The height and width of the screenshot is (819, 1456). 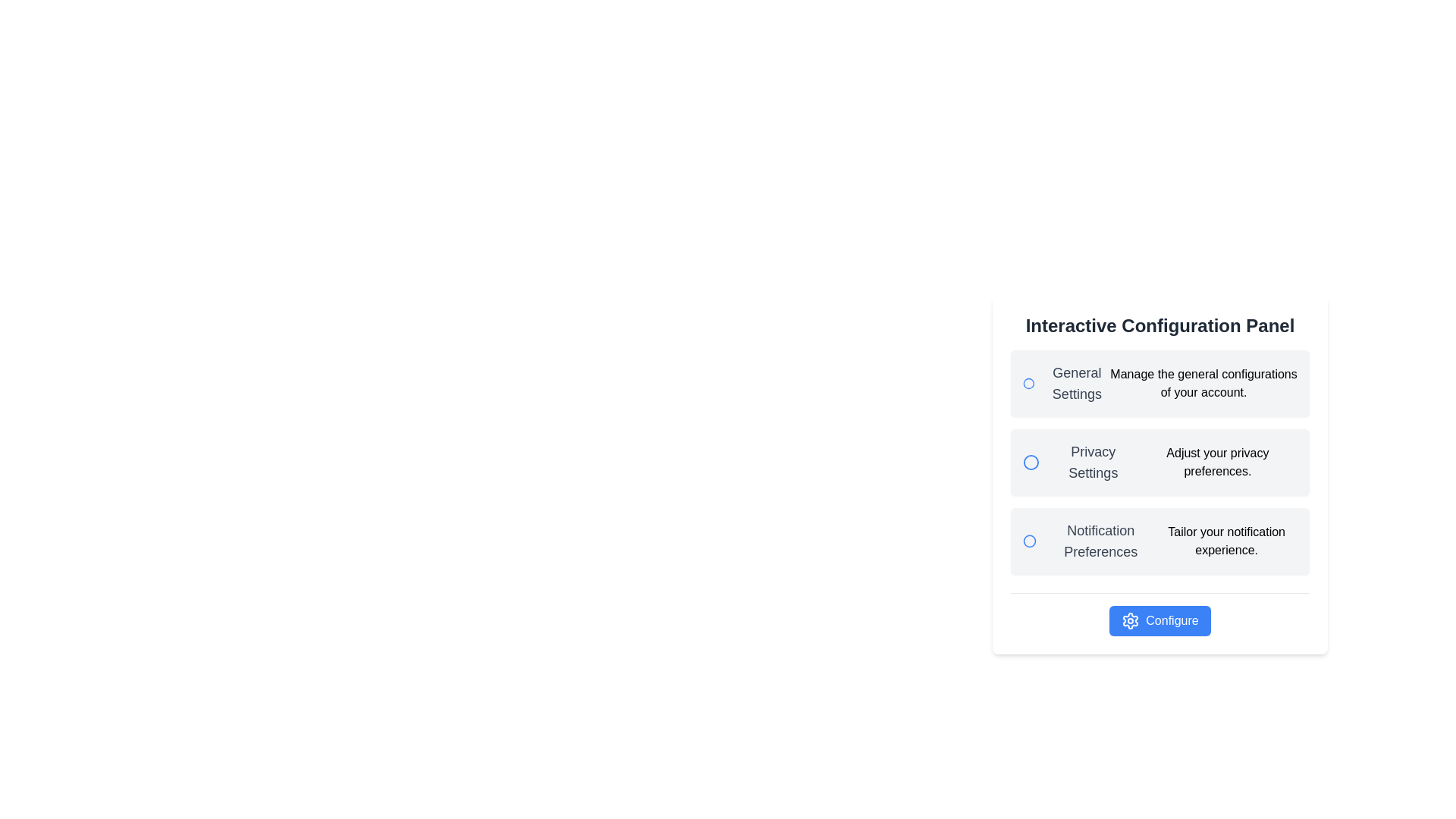 I want to click on the 'Privacy Settings' option in the Interactive Configuration Panel, which is the second option in a vertical list of three options, so click(x=1159, y=461).